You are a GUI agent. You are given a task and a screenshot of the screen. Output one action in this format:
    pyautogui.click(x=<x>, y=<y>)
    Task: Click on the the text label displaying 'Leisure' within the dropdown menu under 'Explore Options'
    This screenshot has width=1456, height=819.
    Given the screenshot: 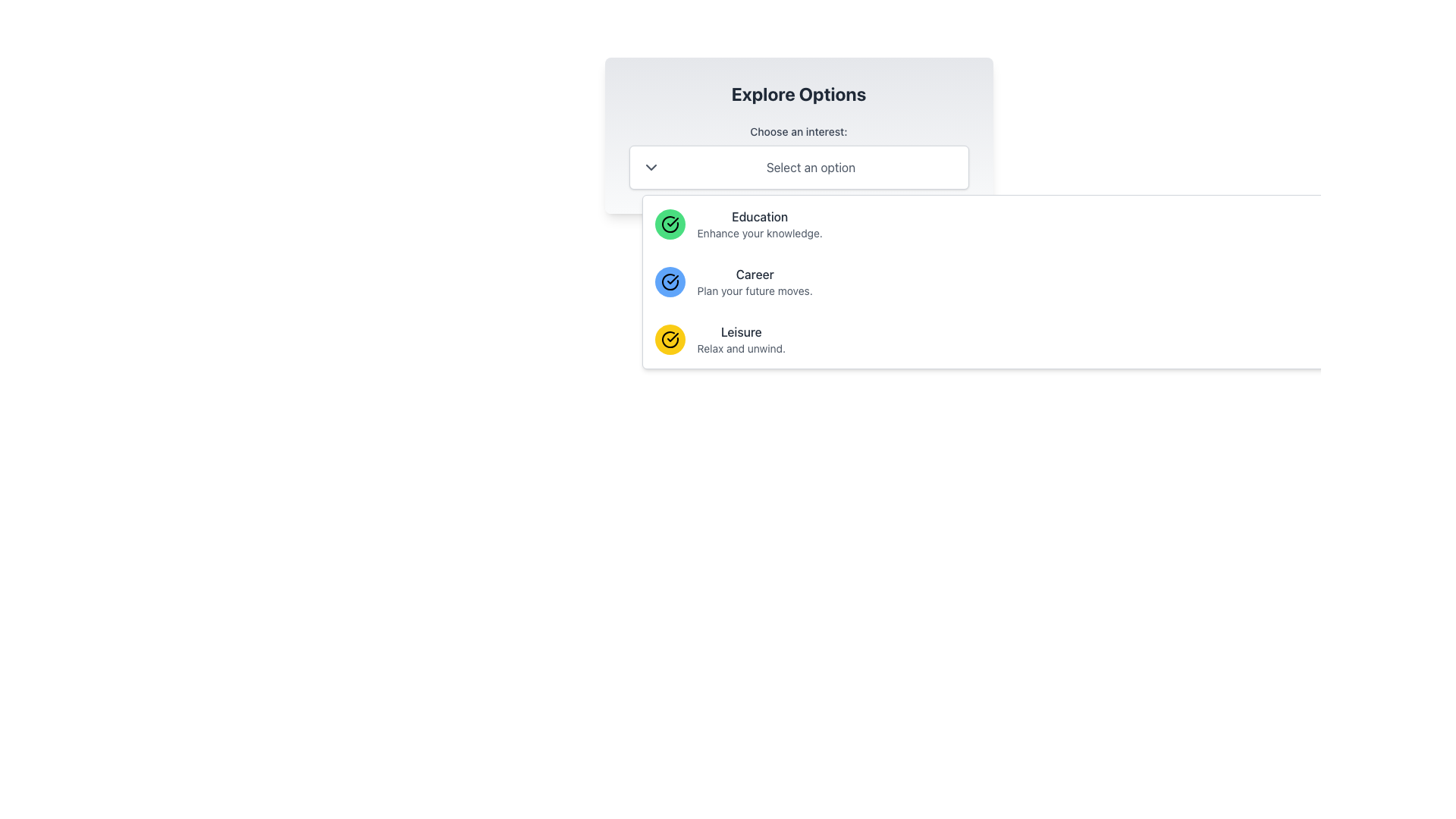 What is the action you would take?
    pyautogui.click(x=741, y=331)
    